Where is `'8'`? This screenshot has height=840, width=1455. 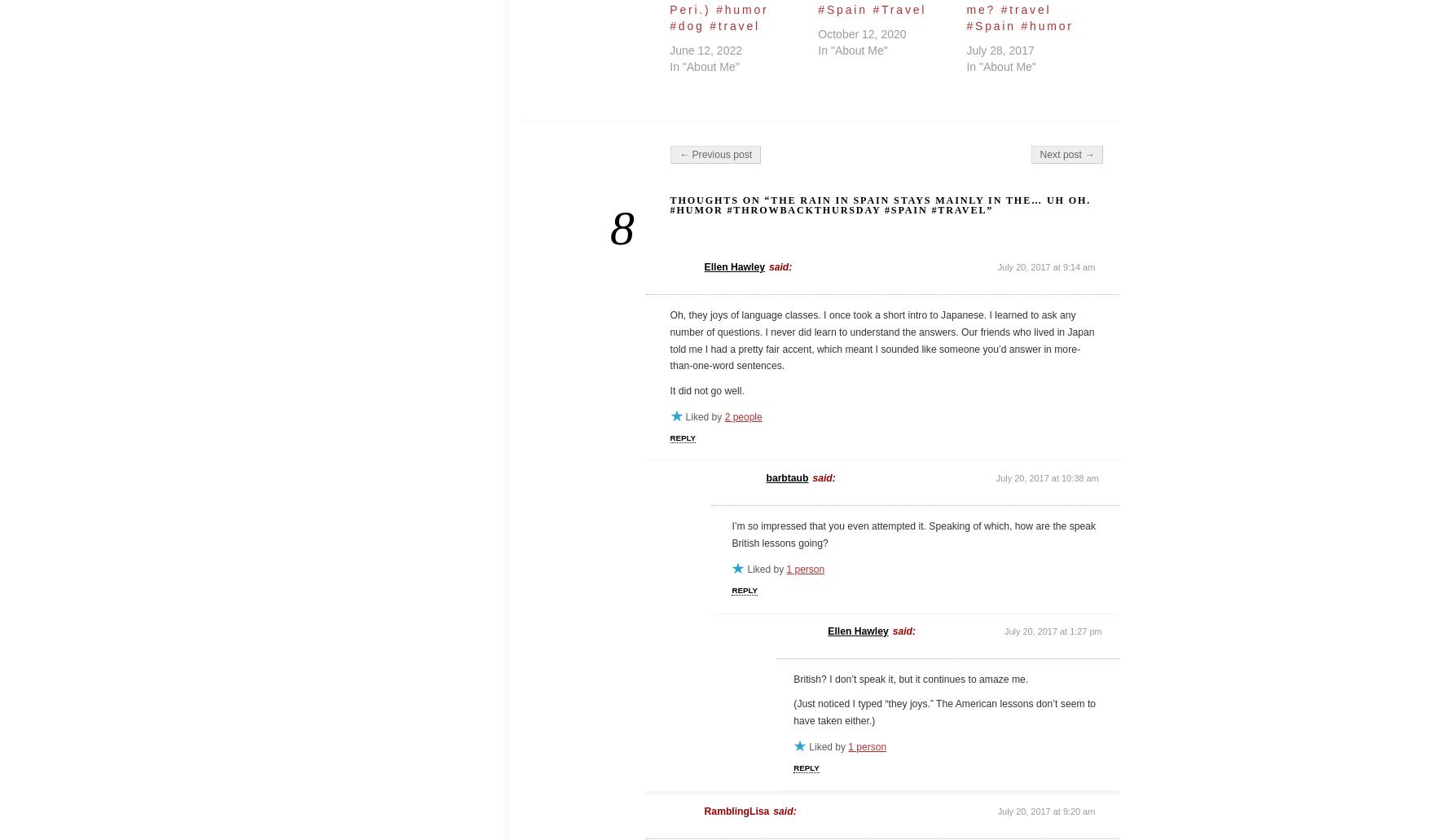 '8' is located at coordinates (608, 226).